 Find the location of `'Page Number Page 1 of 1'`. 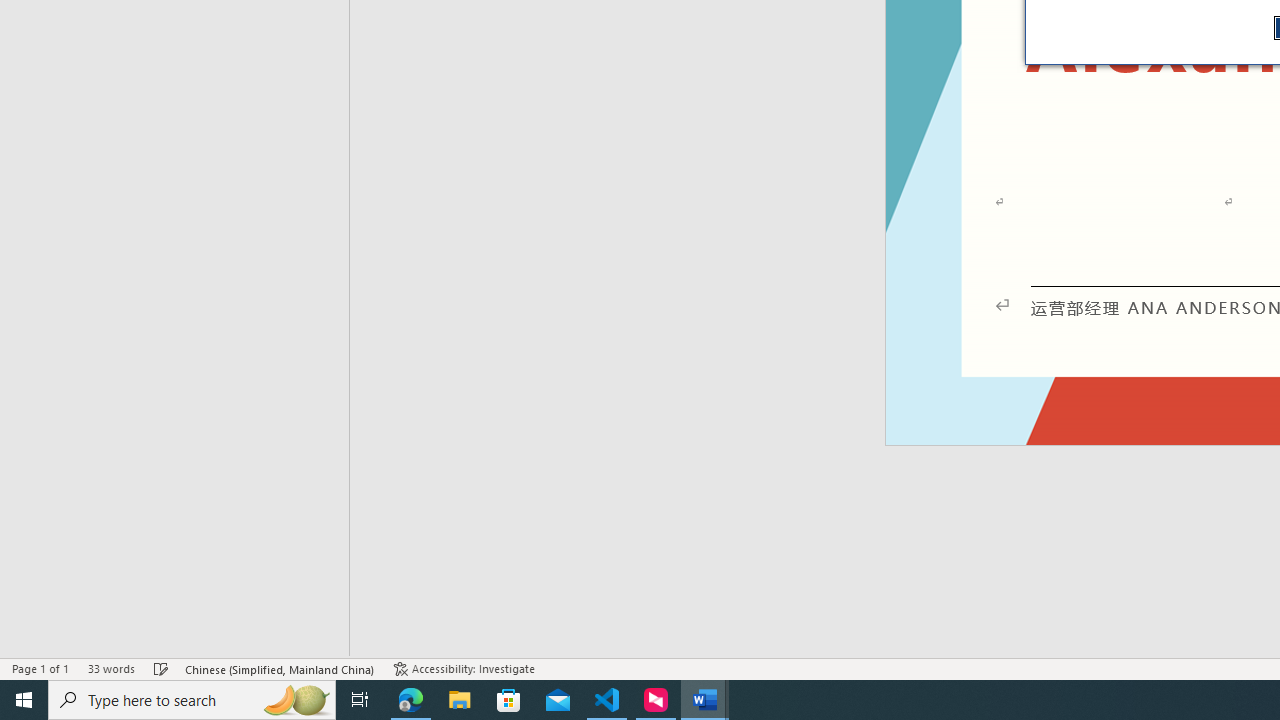

'Page Number Page 1 of 1' is located at coordinates (40, 669).